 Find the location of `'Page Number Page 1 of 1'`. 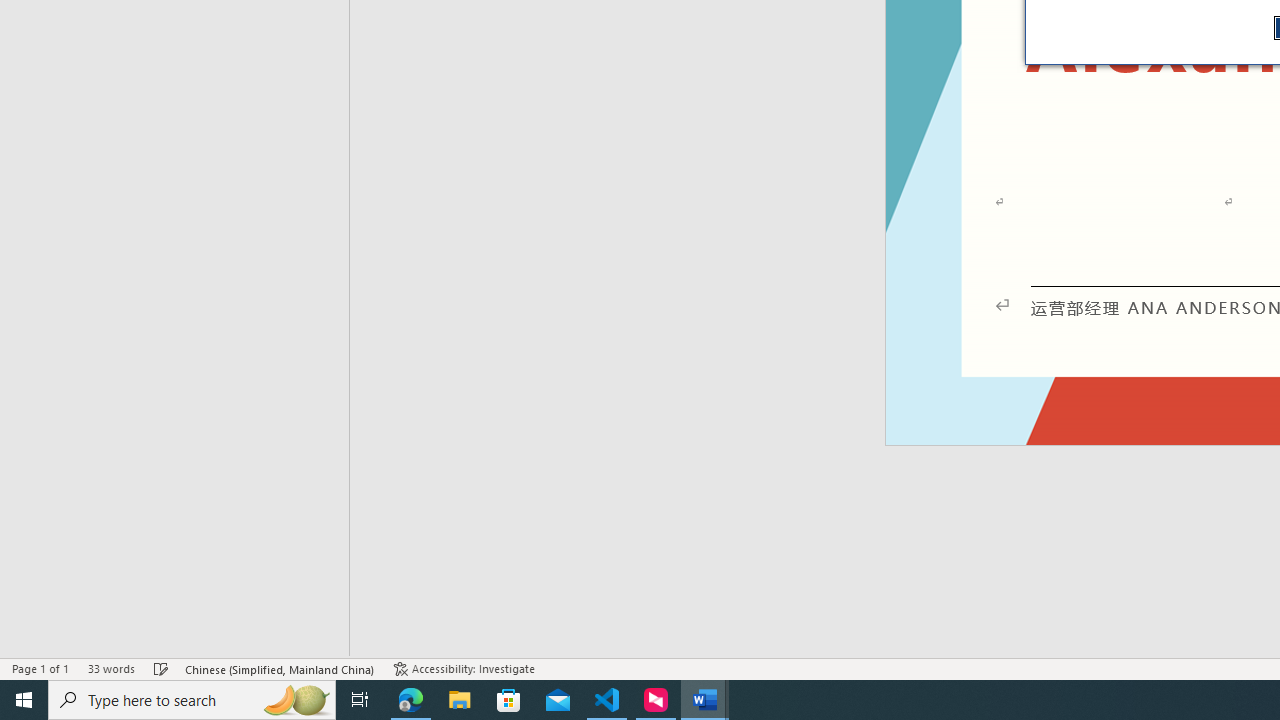

'Page Number Page 1 of 1' is located at coordinates (40, 669).